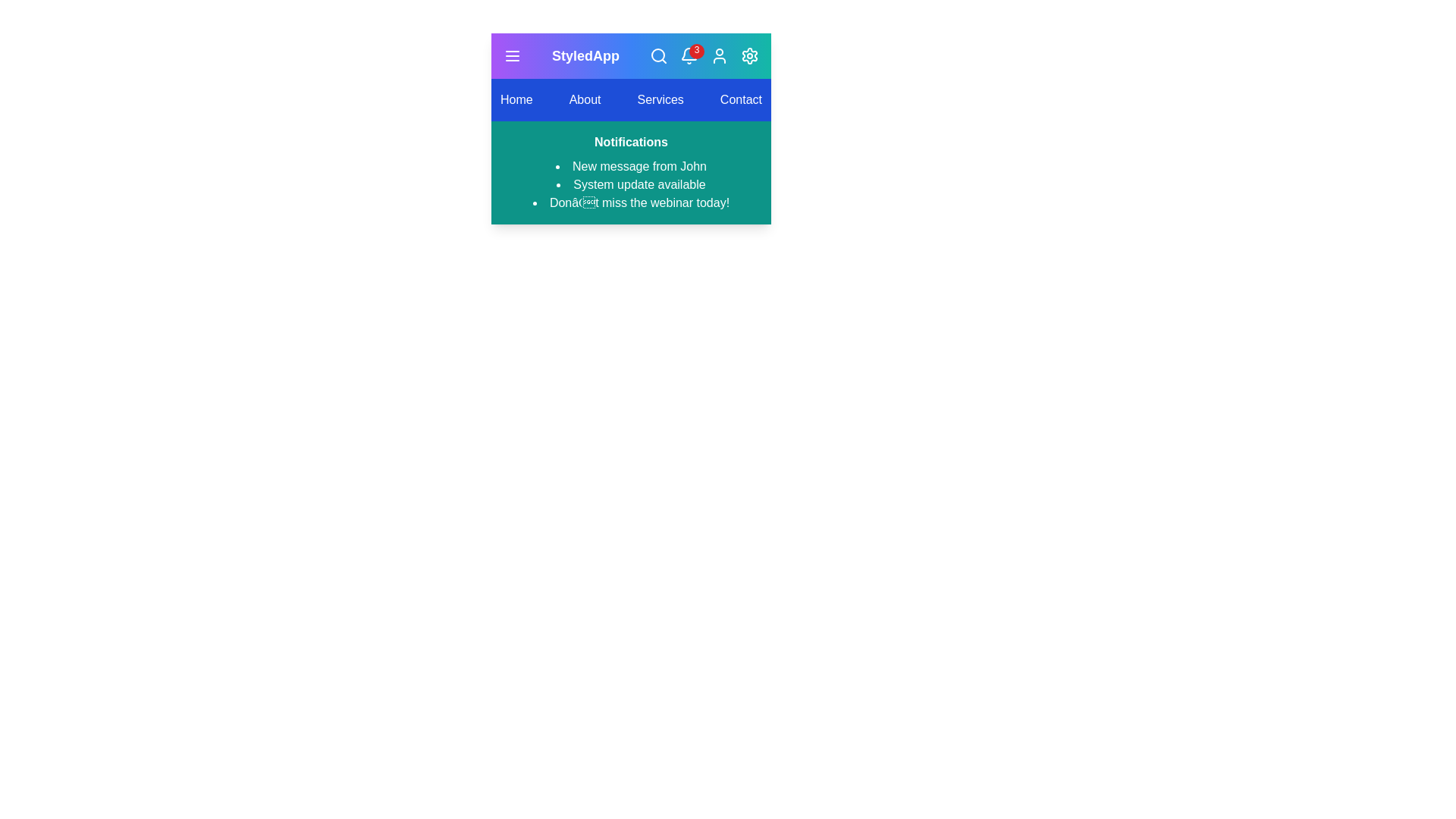 The image size is (1456, 819). Describe the element at coordinates (703, 55) in the screenshot. I see `the circular notification badge displaying the number '3' on a red background, located at the top-right corner of the notification bell icon in the top navigation bar` at that location.